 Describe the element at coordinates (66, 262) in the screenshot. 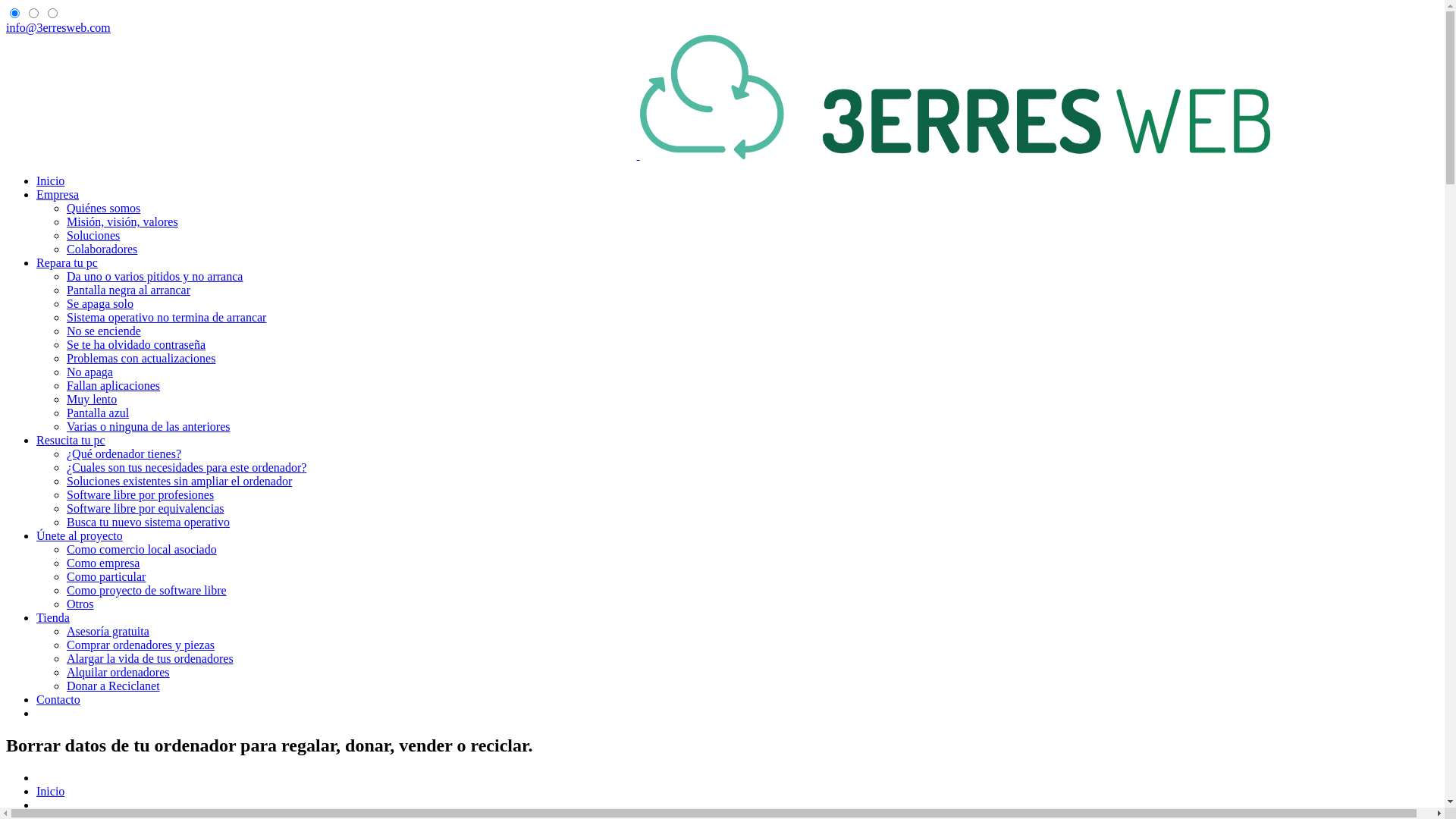

I see `'Repara tu pc'` at that location.